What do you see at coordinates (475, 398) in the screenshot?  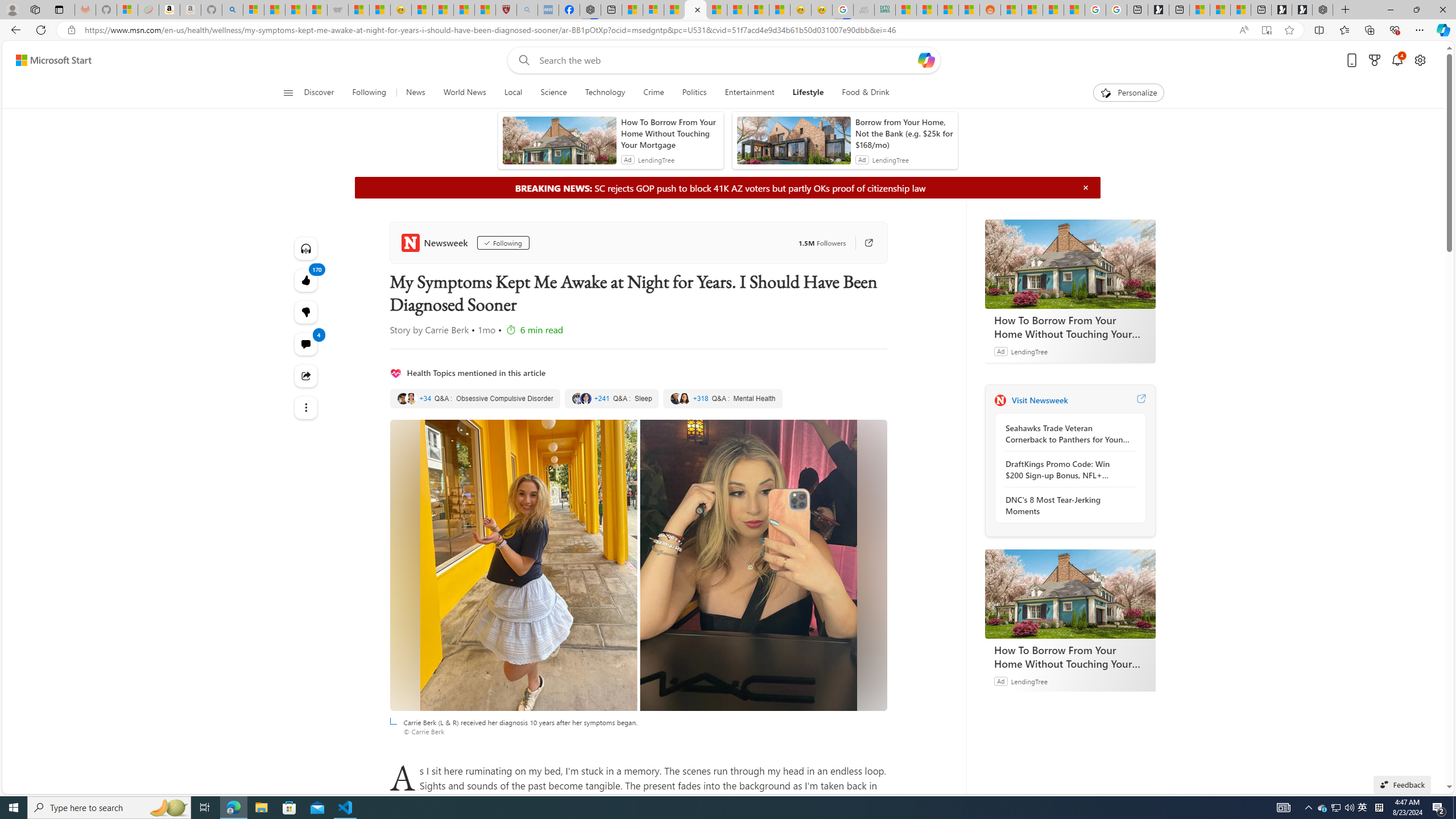 I see `'Obsessive Compulsive Disorder'` at bounding box center [475, 398].